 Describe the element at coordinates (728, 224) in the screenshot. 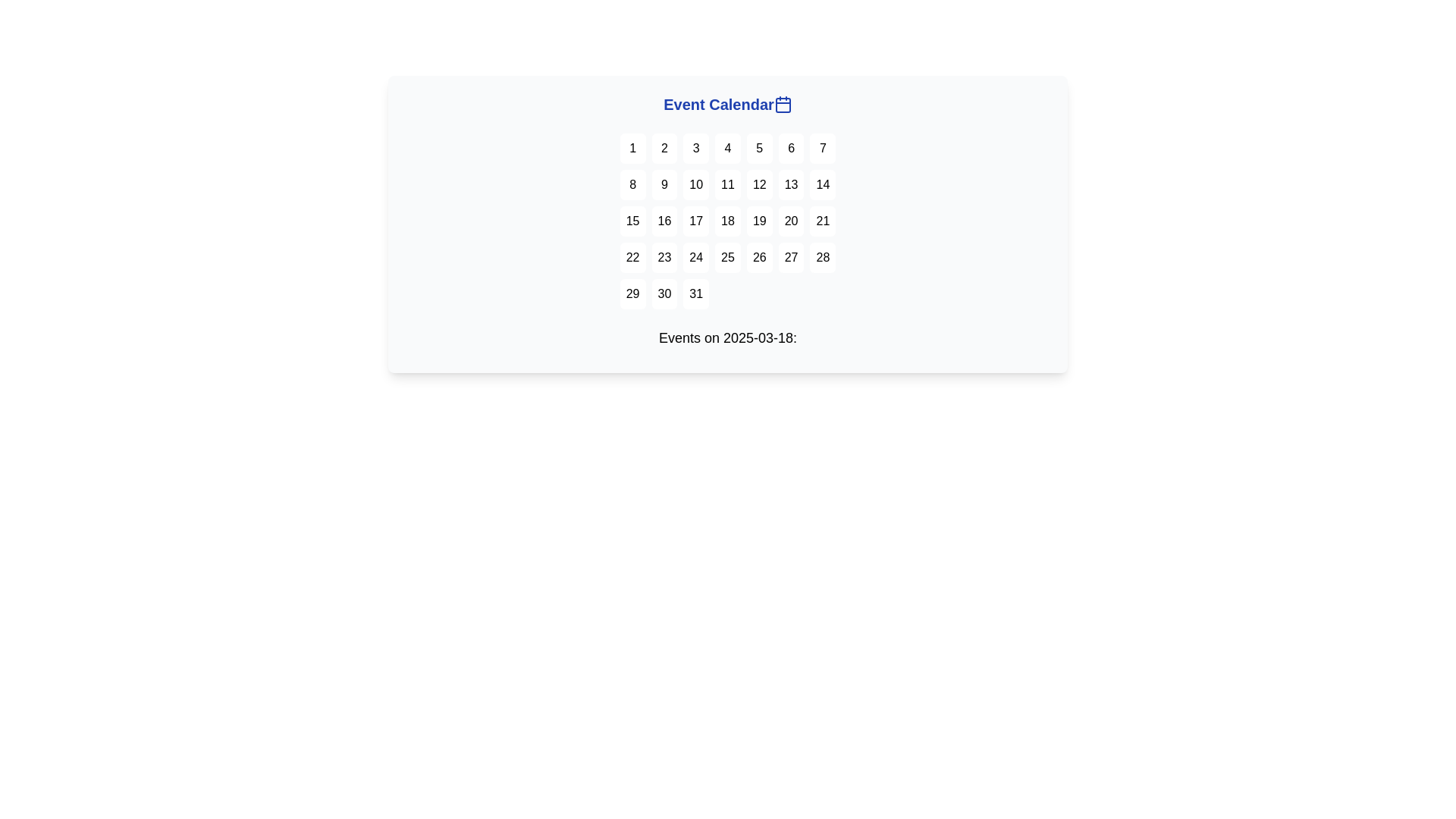

I see `the date button in the Interactive calendar grid widget` at that location.